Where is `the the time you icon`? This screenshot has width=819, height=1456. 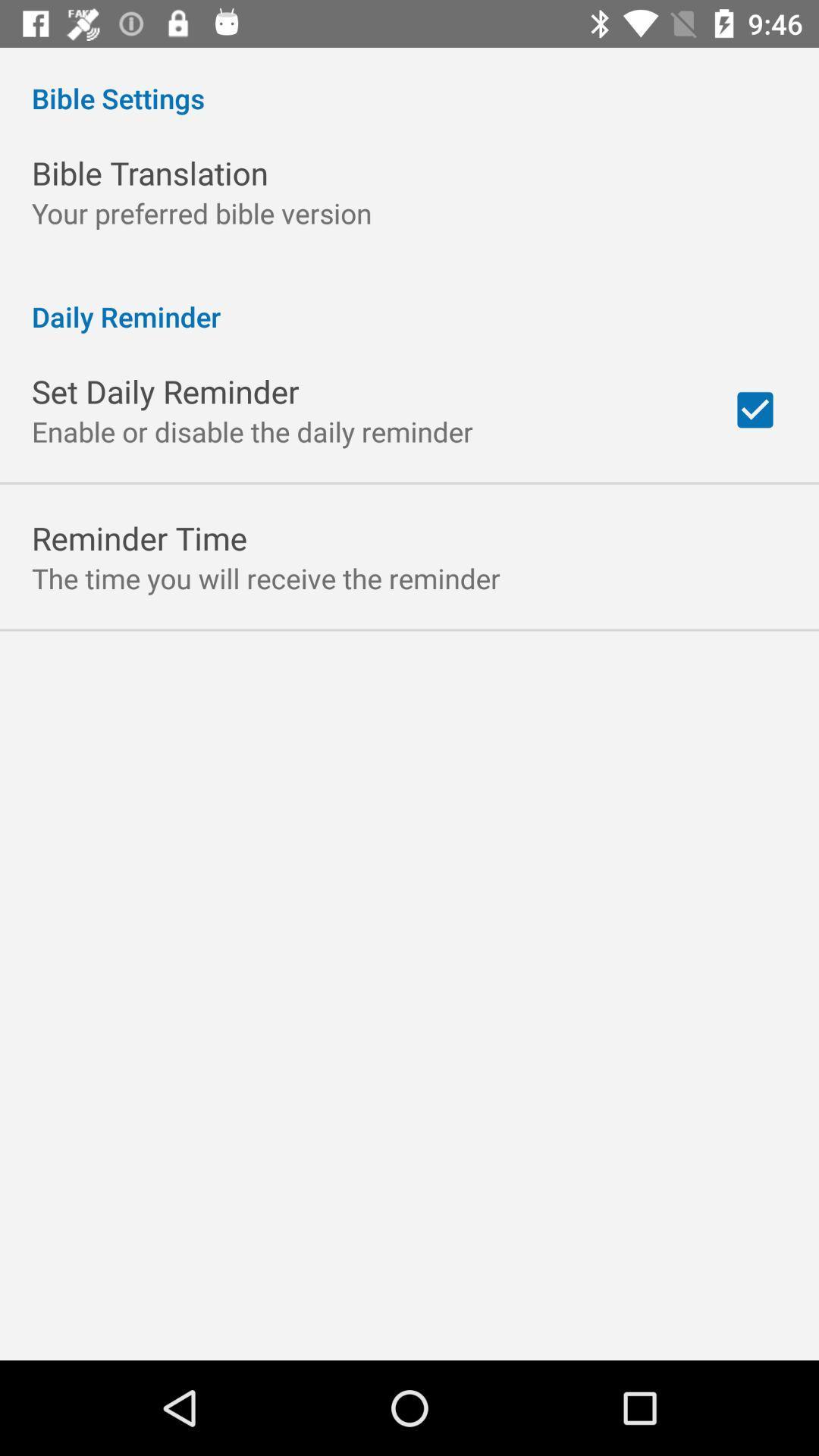
the the time you icon is located at coordinates (265, 577).